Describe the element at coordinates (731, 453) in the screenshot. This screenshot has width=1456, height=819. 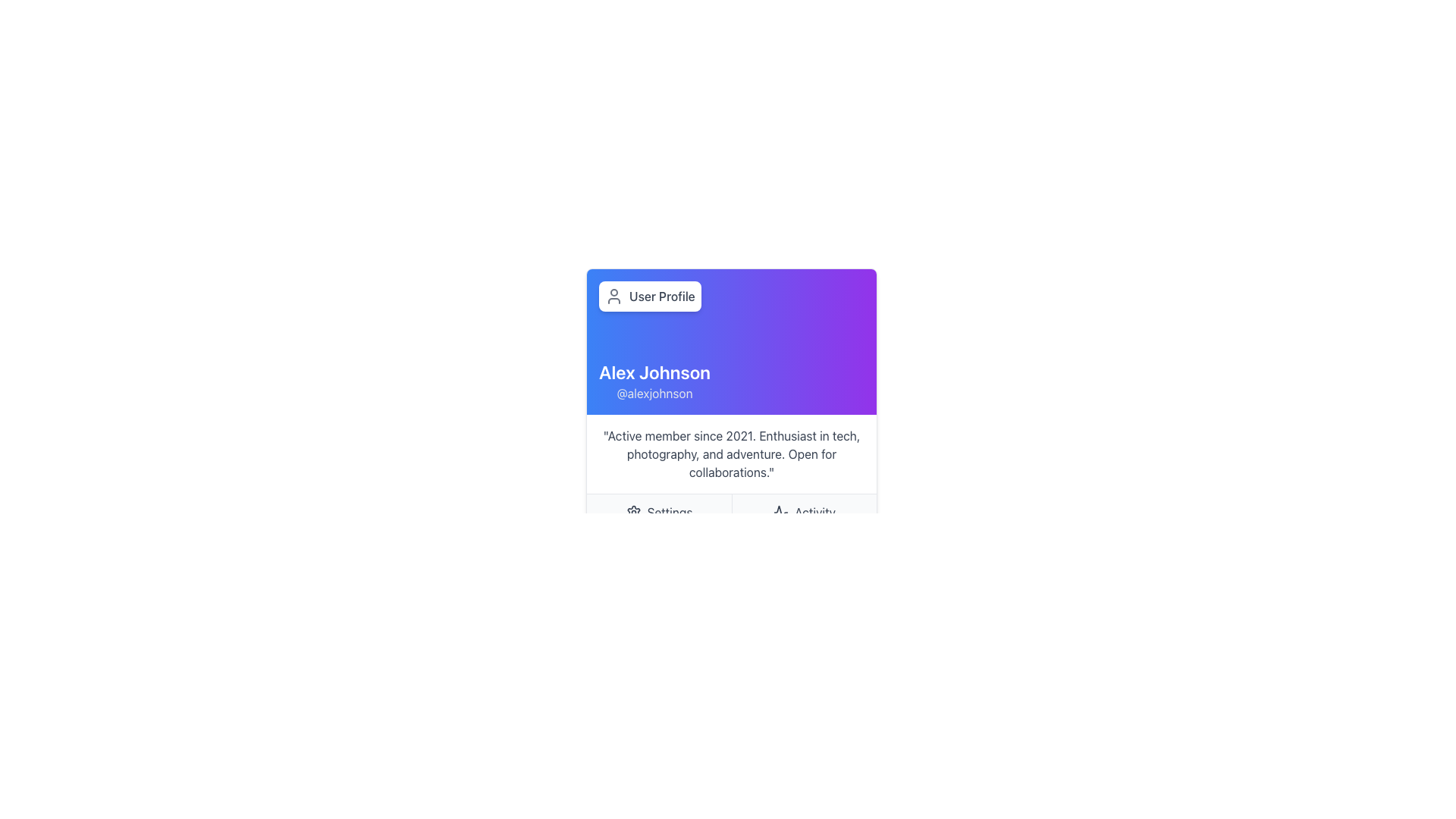
I see `the static text field displaying the user's profile description, which is located below the user's name and username within the user profile card` at that location.